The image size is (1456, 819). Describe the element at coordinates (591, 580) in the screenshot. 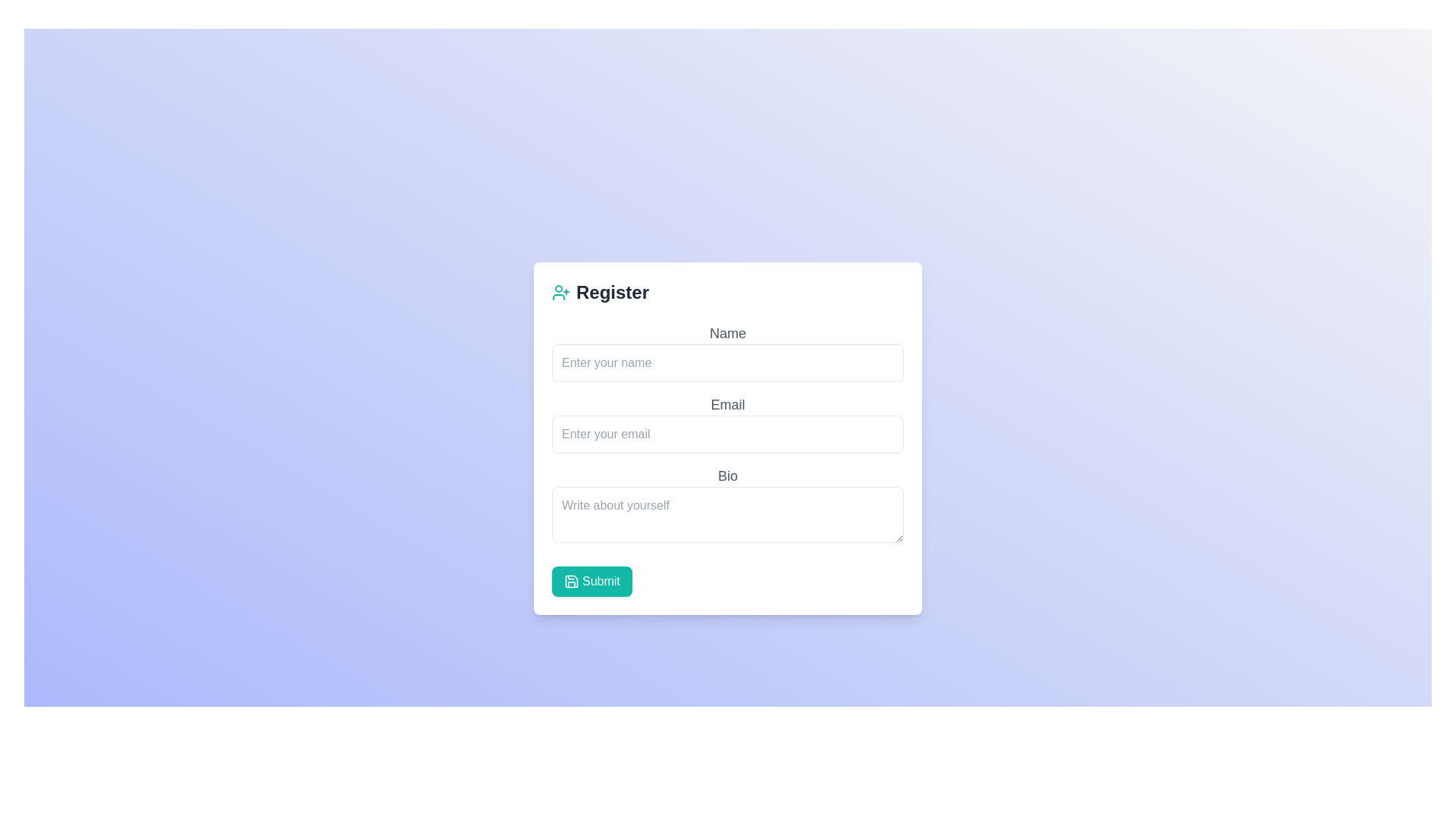

I see `the 'Submit' button located at the bottom of the 'Register' section, which has a teal background and white text` at that location.